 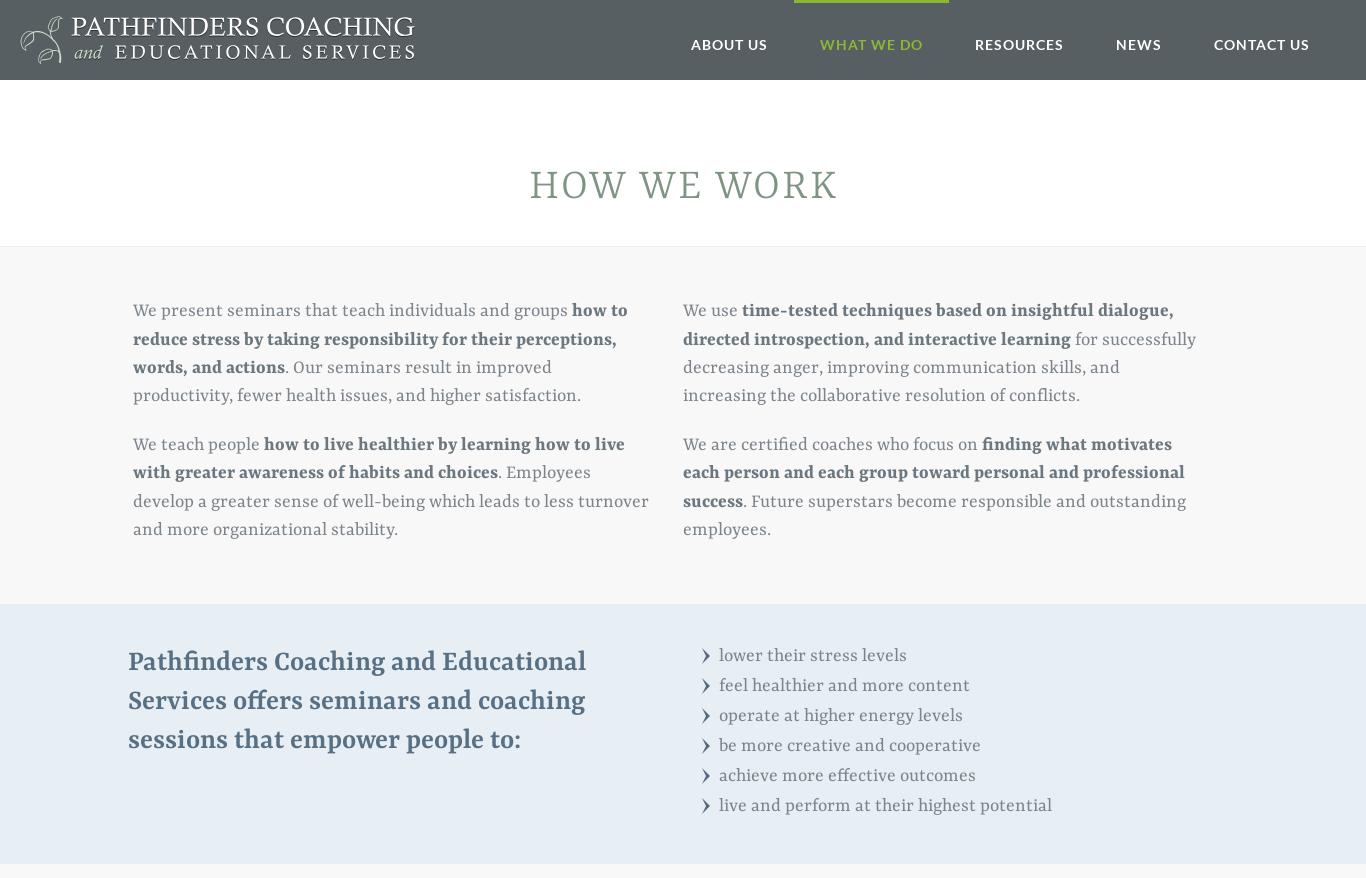 I want to click on 'We use', so click(x=712, y=310).